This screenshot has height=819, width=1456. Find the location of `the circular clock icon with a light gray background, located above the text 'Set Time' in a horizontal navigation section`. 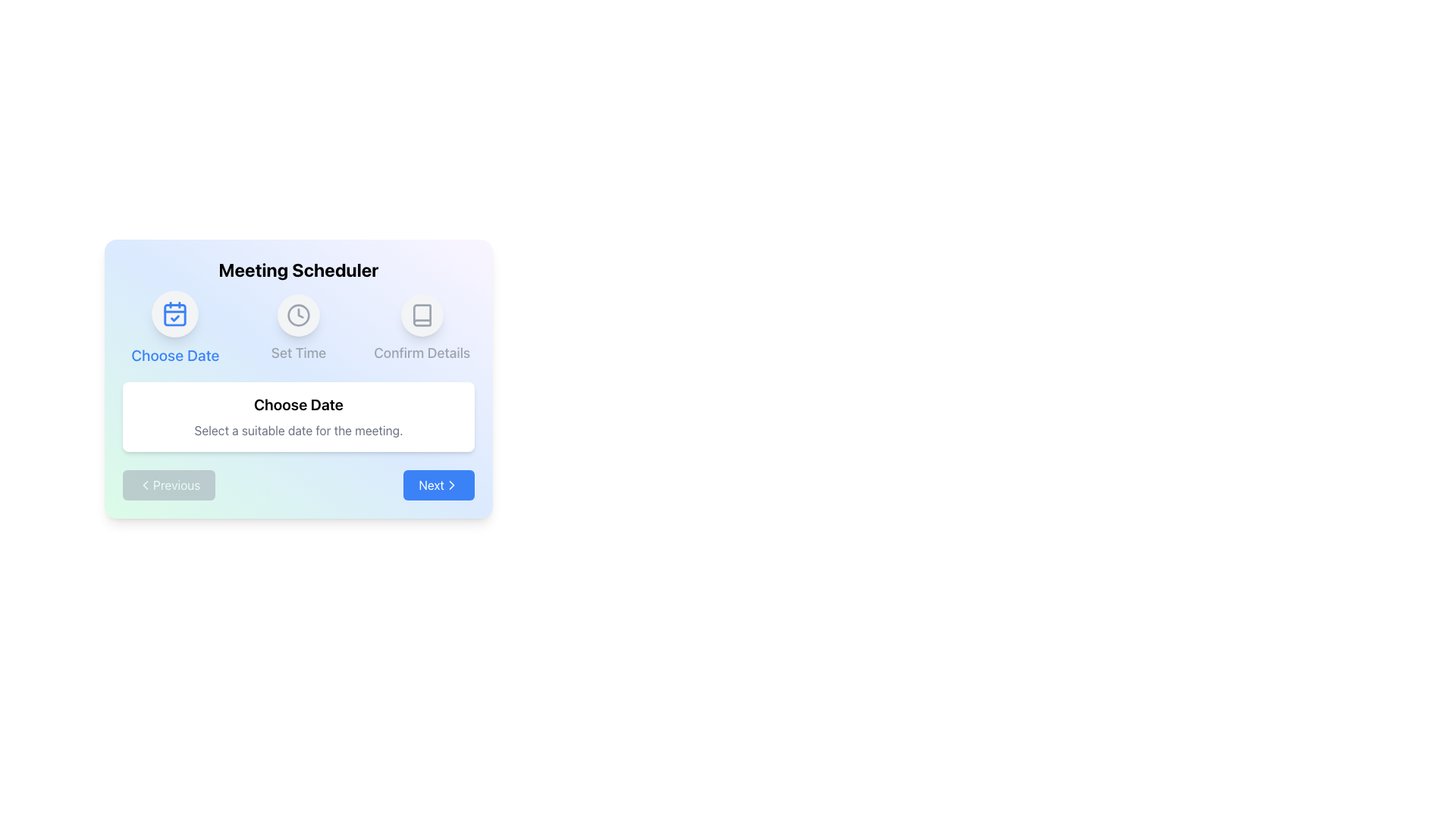

the circular clock icon with a light gray background, located above the text 'Set Time' in a horizontal navigation section is located at coordinates (298, 315).